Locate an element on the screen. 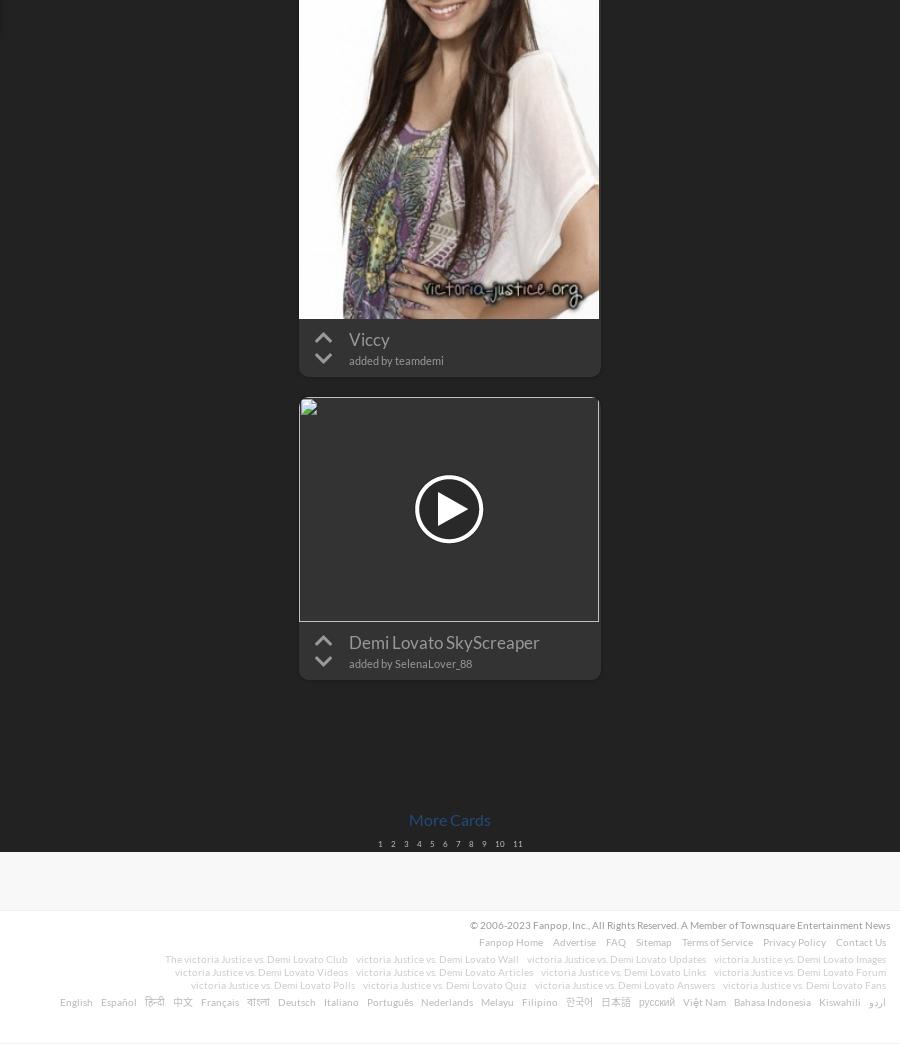 The height and width of the screenshot is (1044, 900). 'victoria Justice vs. Demi Lovato Images' is located at coordinates (800, 958).